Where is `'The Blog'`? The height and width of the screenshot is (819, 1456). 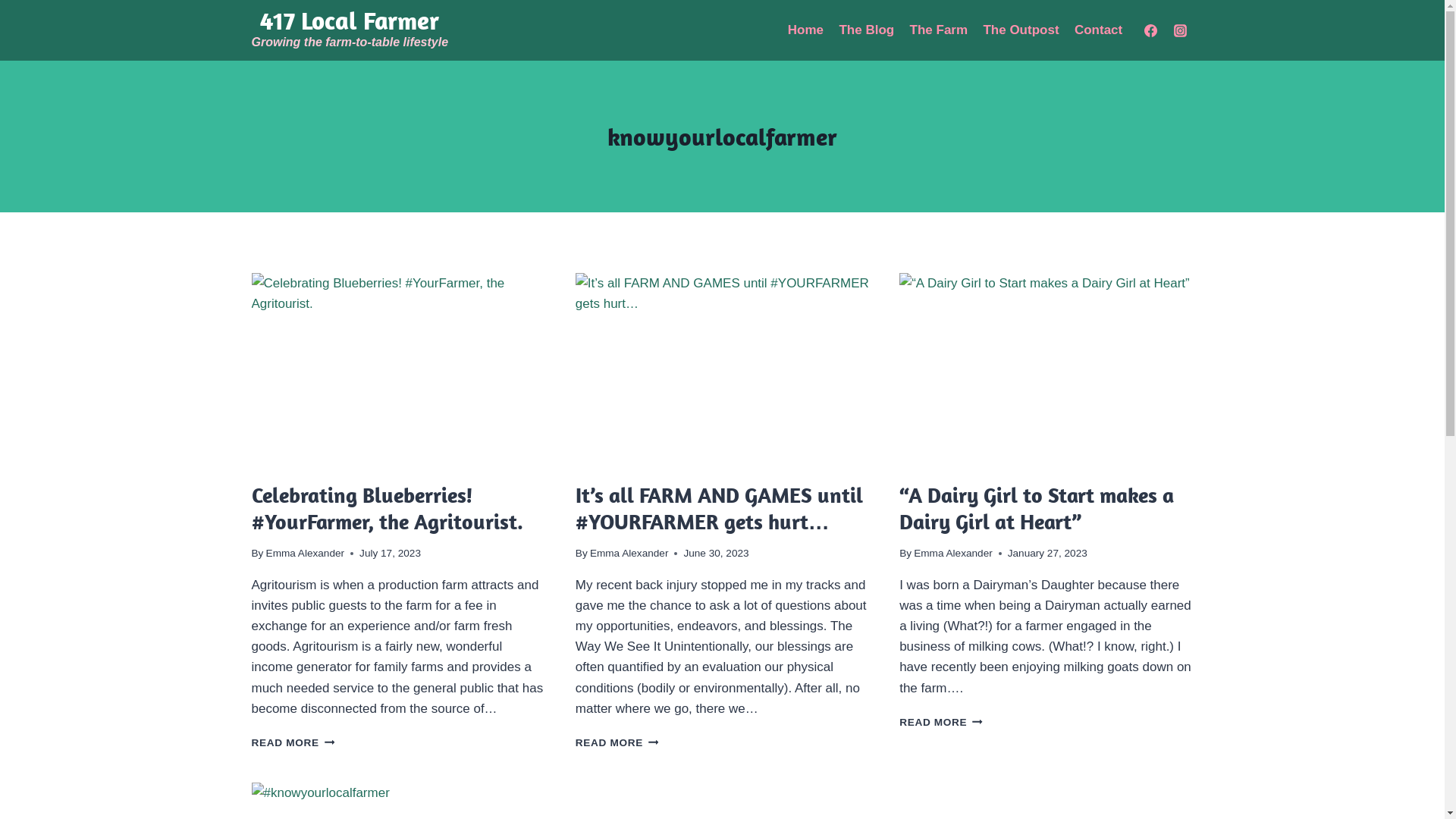 'The Blog' is located at coordinates (866, 30).